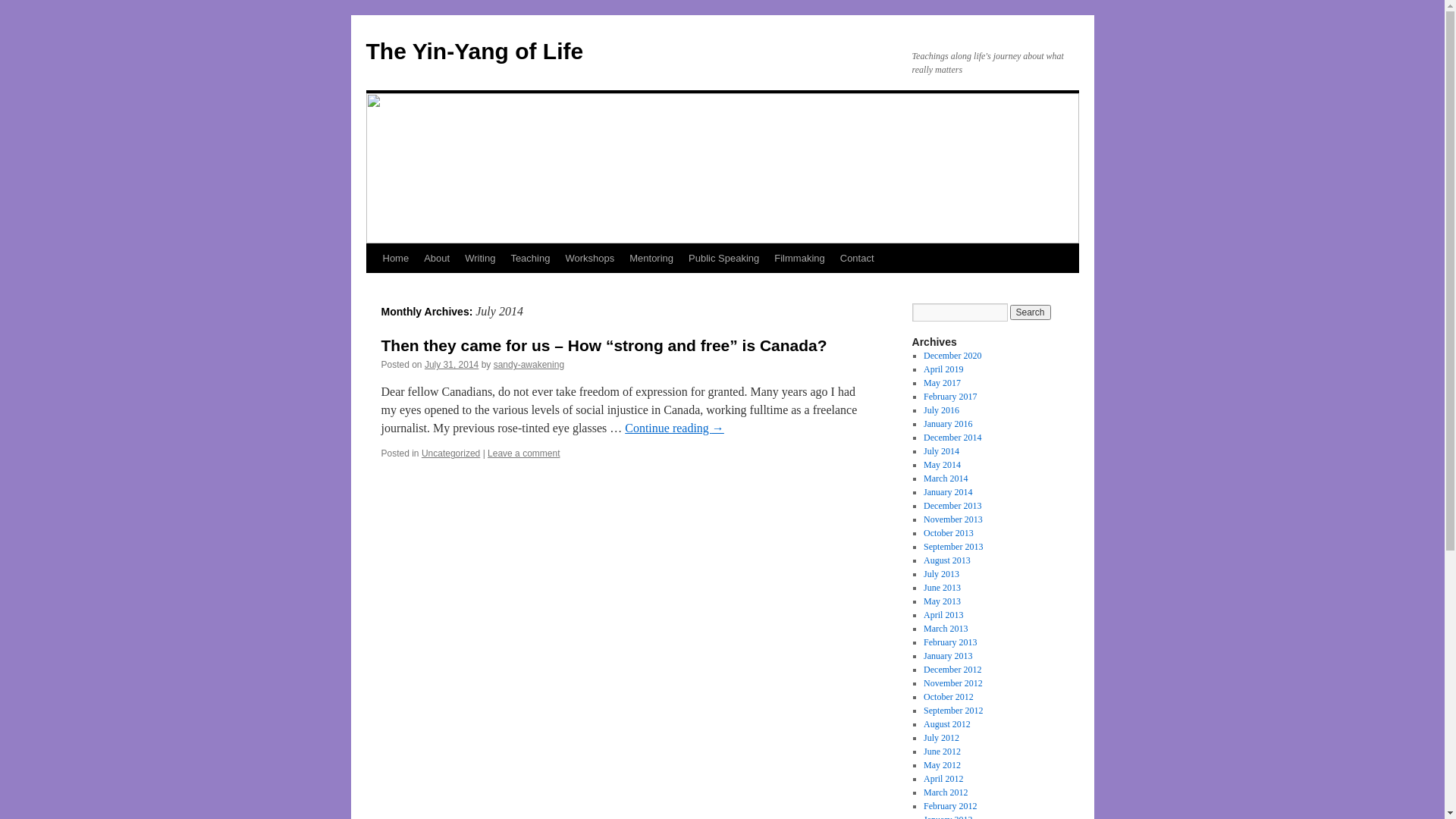 Image resolution: width=1456 pixels, height=819 pixels. Describe the element at coordinates (530, 257) in the screenshot. I see `'Teaching'` at that location.